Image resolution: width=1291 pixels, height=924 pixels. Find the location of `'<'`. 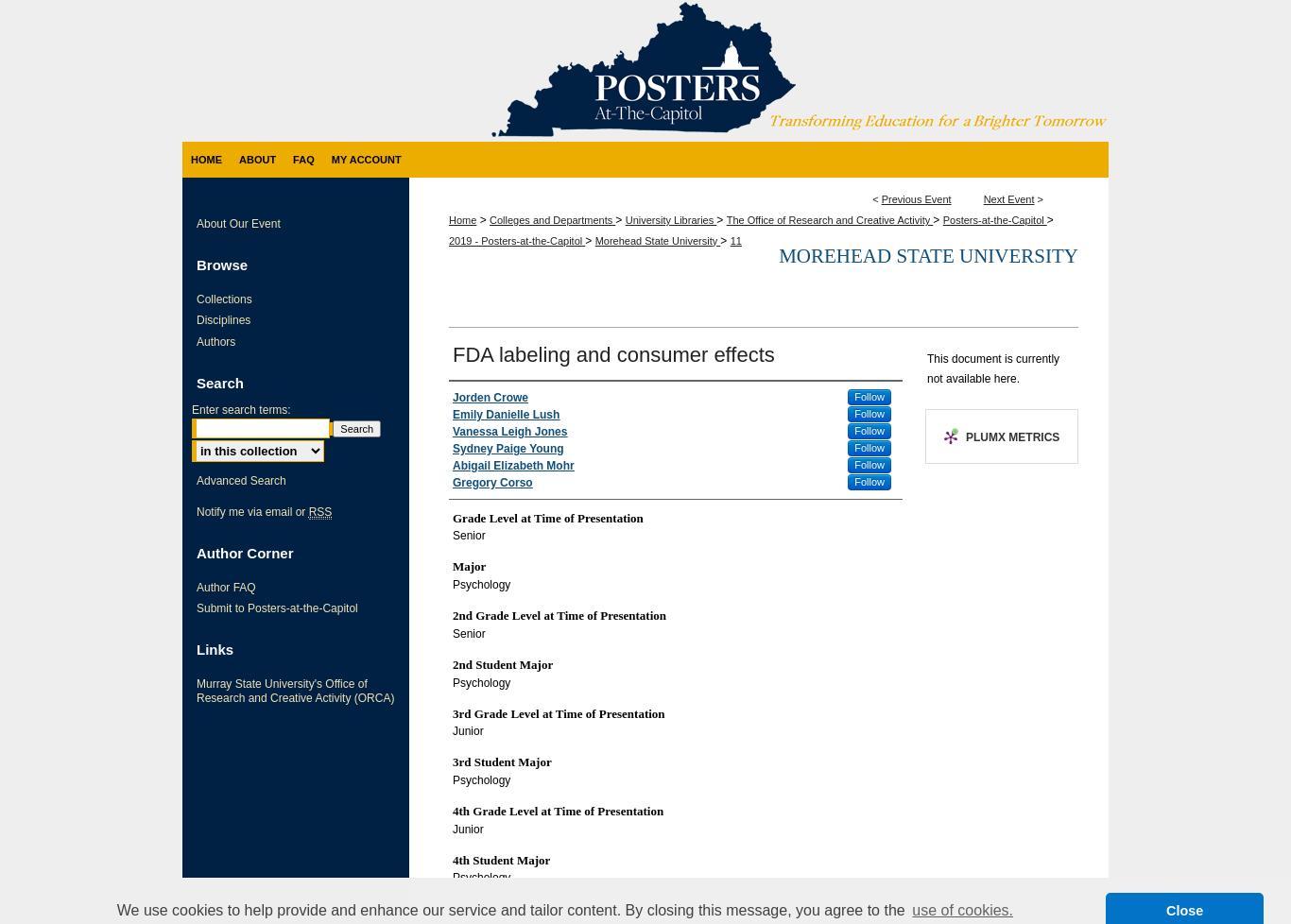

'<' is located at coordinates (876, 198).